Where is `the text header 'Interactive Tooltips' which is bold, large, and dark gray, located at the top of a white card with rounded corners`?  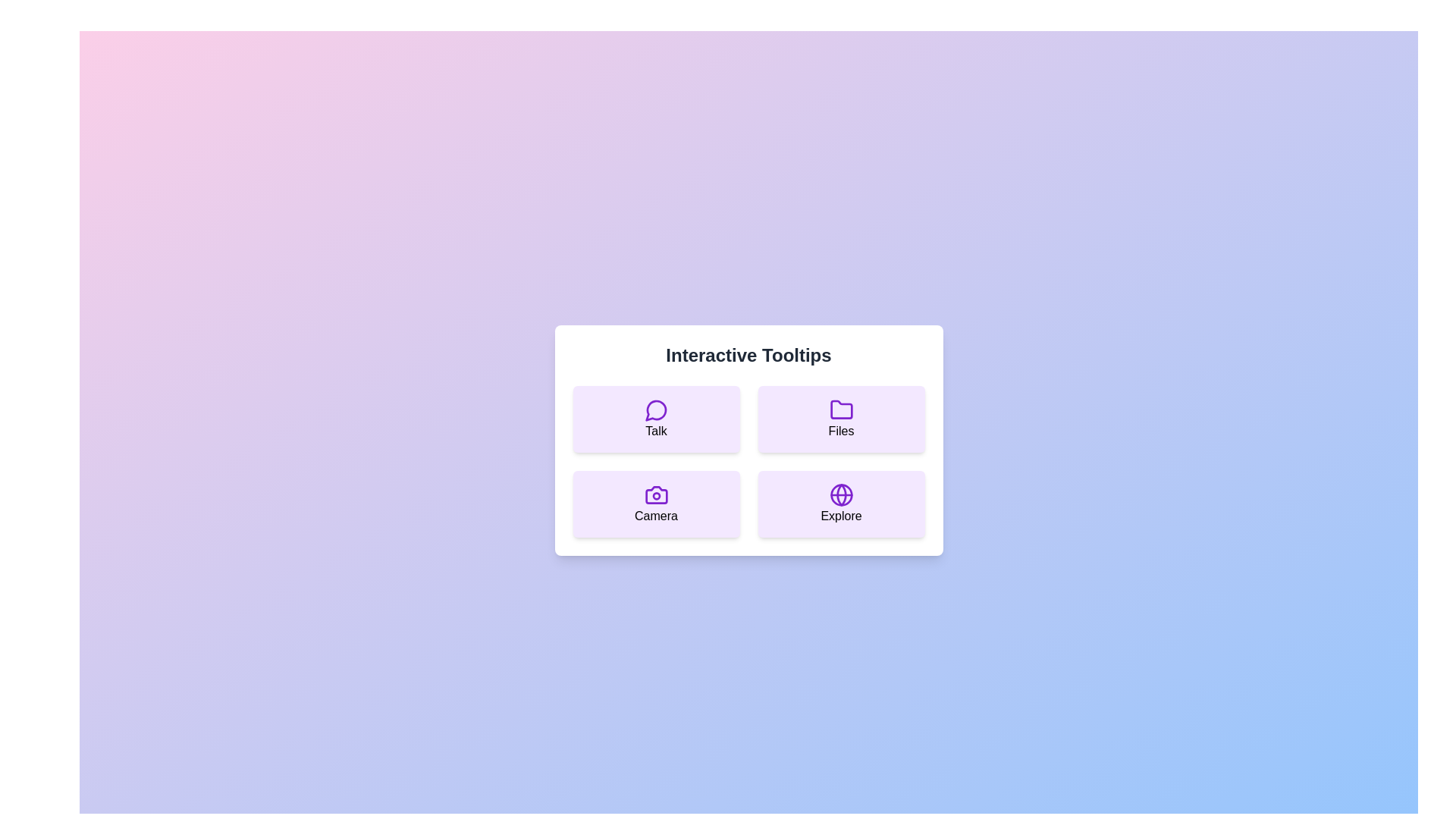
the text header 'Interactive Tooltips' which is bold, large, and dark gray, located at the top of a white card with rounded corners is located at coordinates (748, 356).